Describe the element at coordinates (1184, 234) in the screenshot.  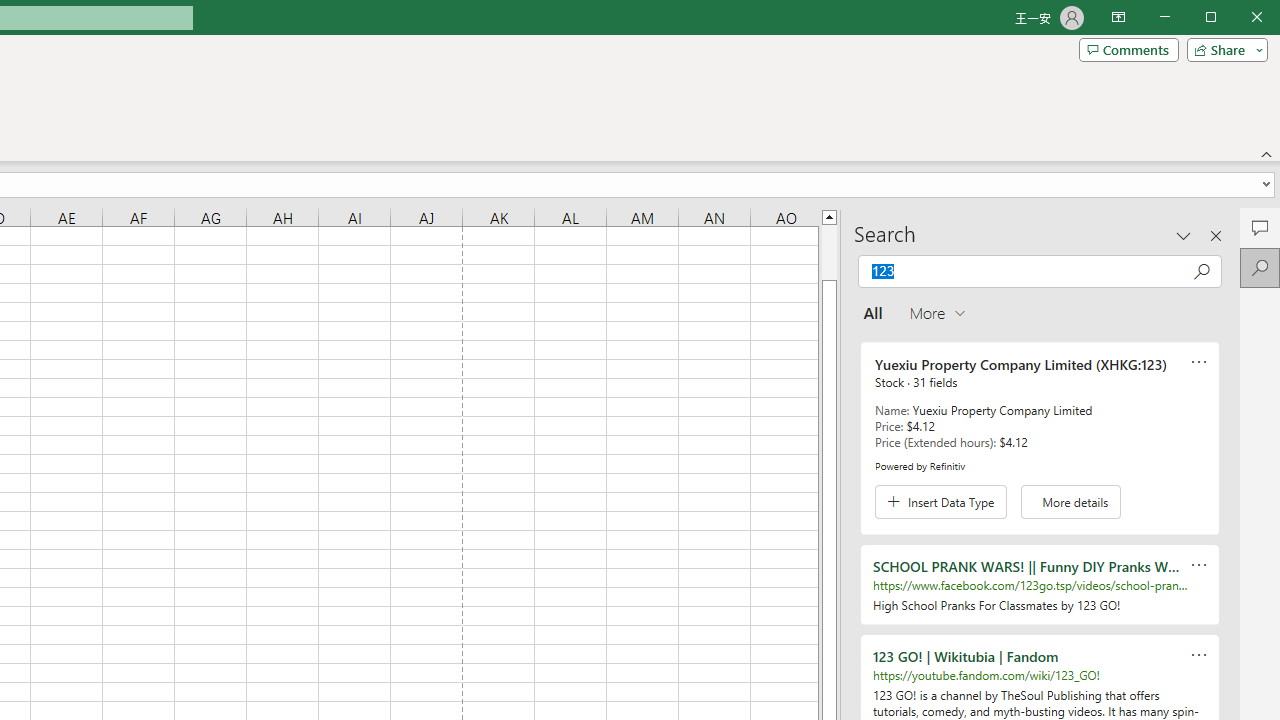
I see `'Task Pane Options'` at that location.